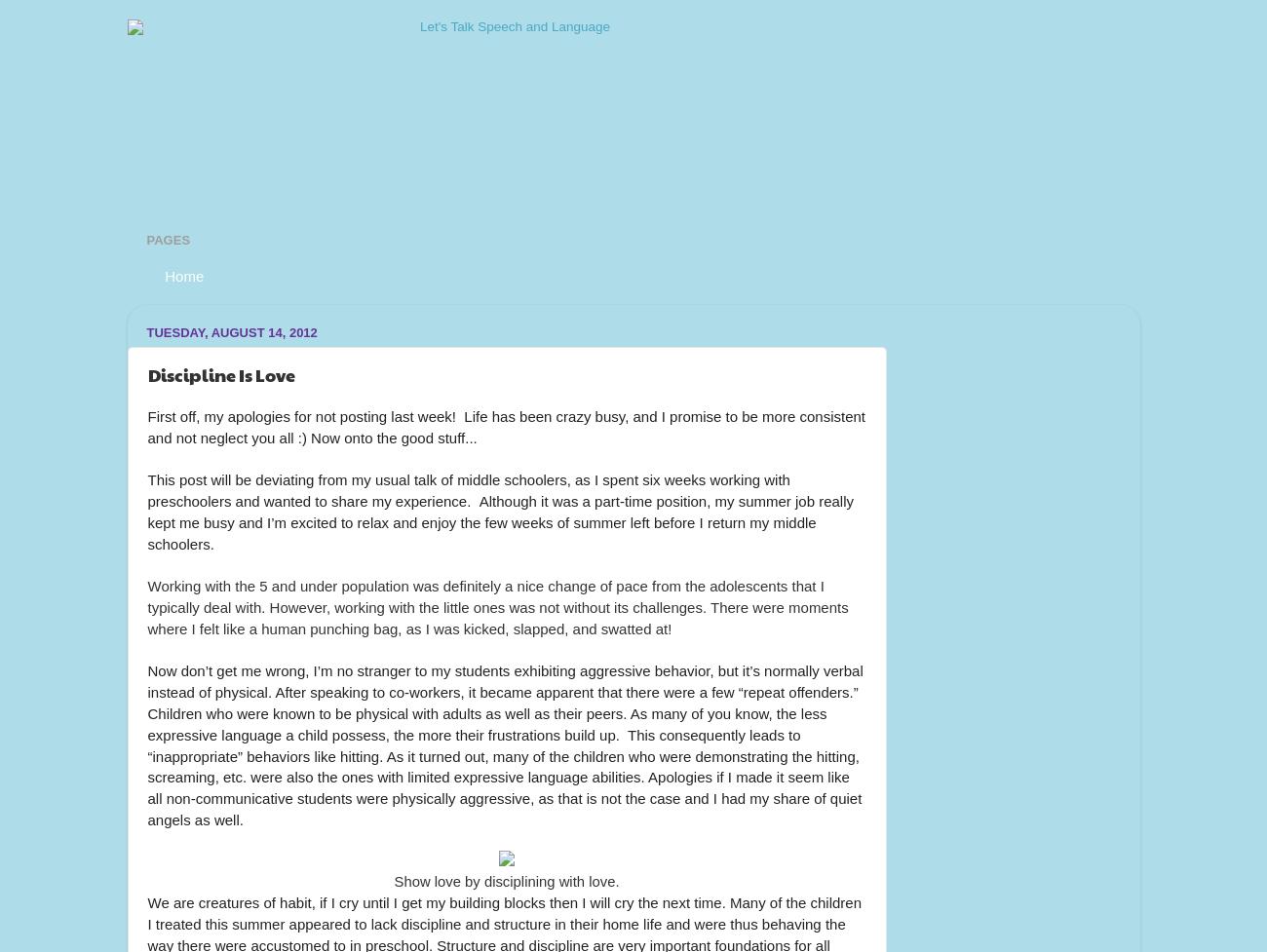 The width and height of the screenshot is (1267, 952). Describe the element at coordinates (502, 520) in the screenshot. I see `'Although it was a part-time position, my summer job really kept me busy and I’m excited to relax and enjoy the few weeks of summer left before I return my middle schoolers.'` at that location.